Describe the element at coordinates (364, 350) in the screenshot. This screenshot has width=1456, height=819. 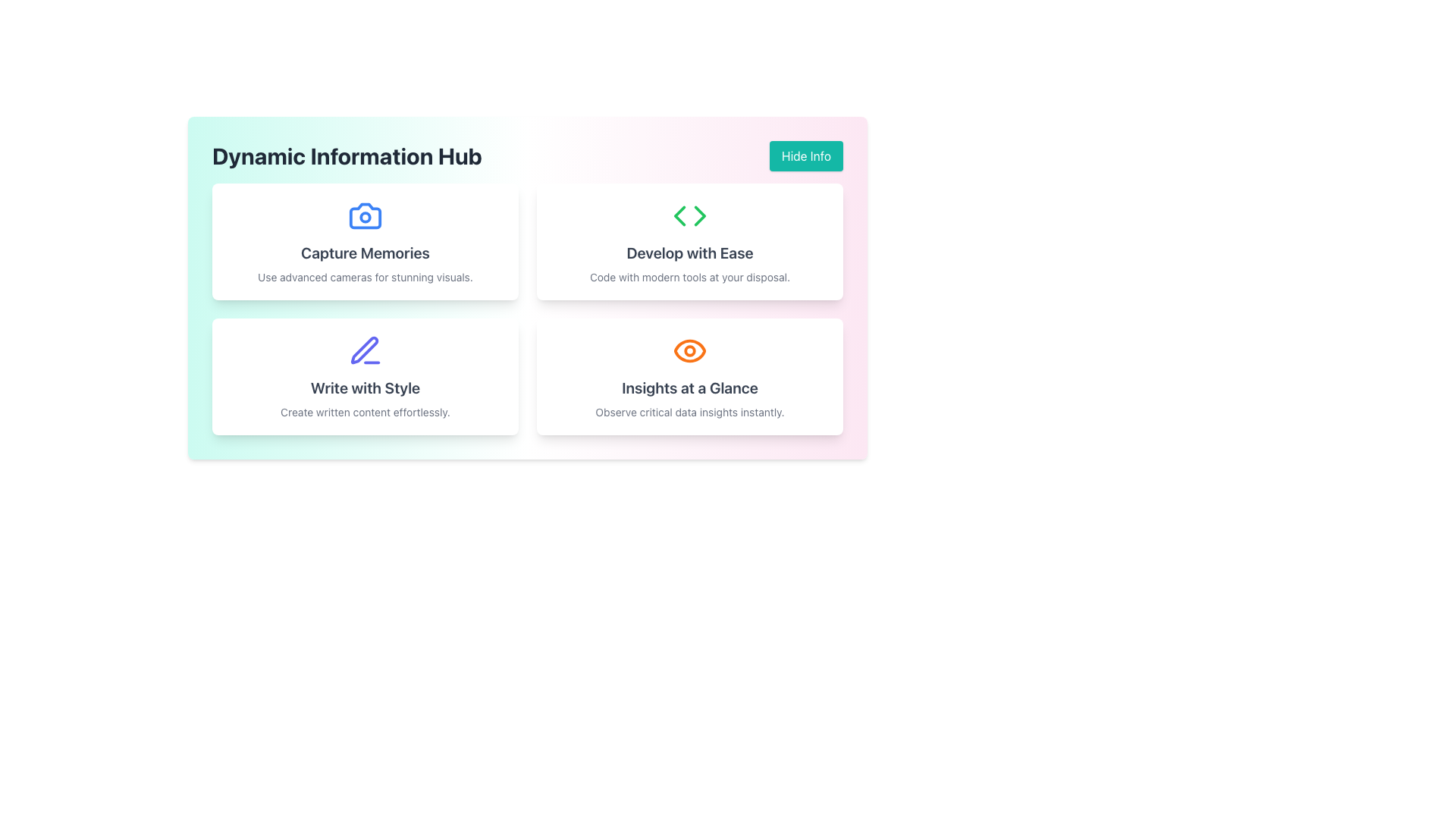
I see `the pen icon representing the 'Write with Style' feature, which is centrally located within its card layout` at that location.